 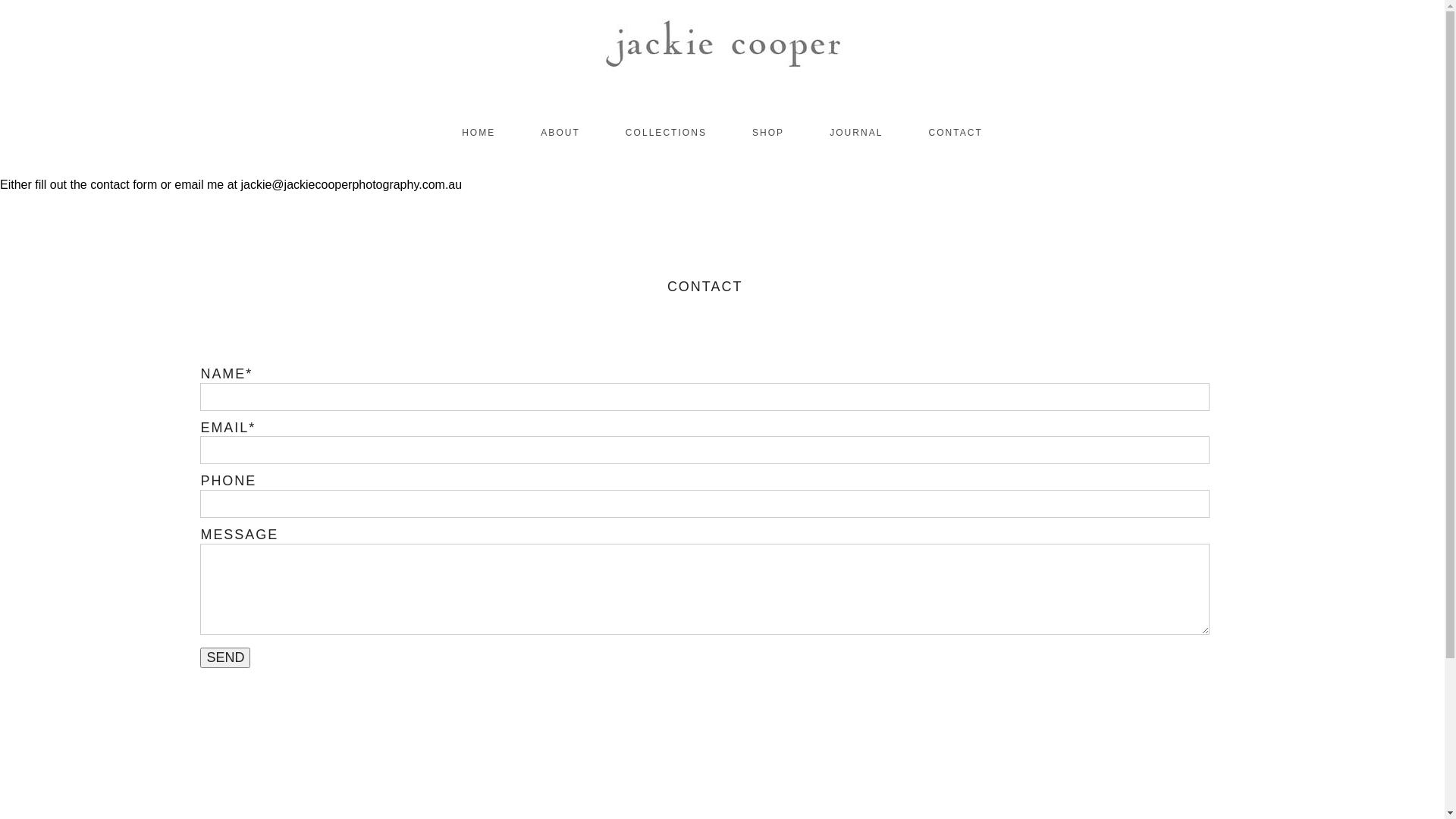 I want to click on 'HOME', so click(x=477, y=131).